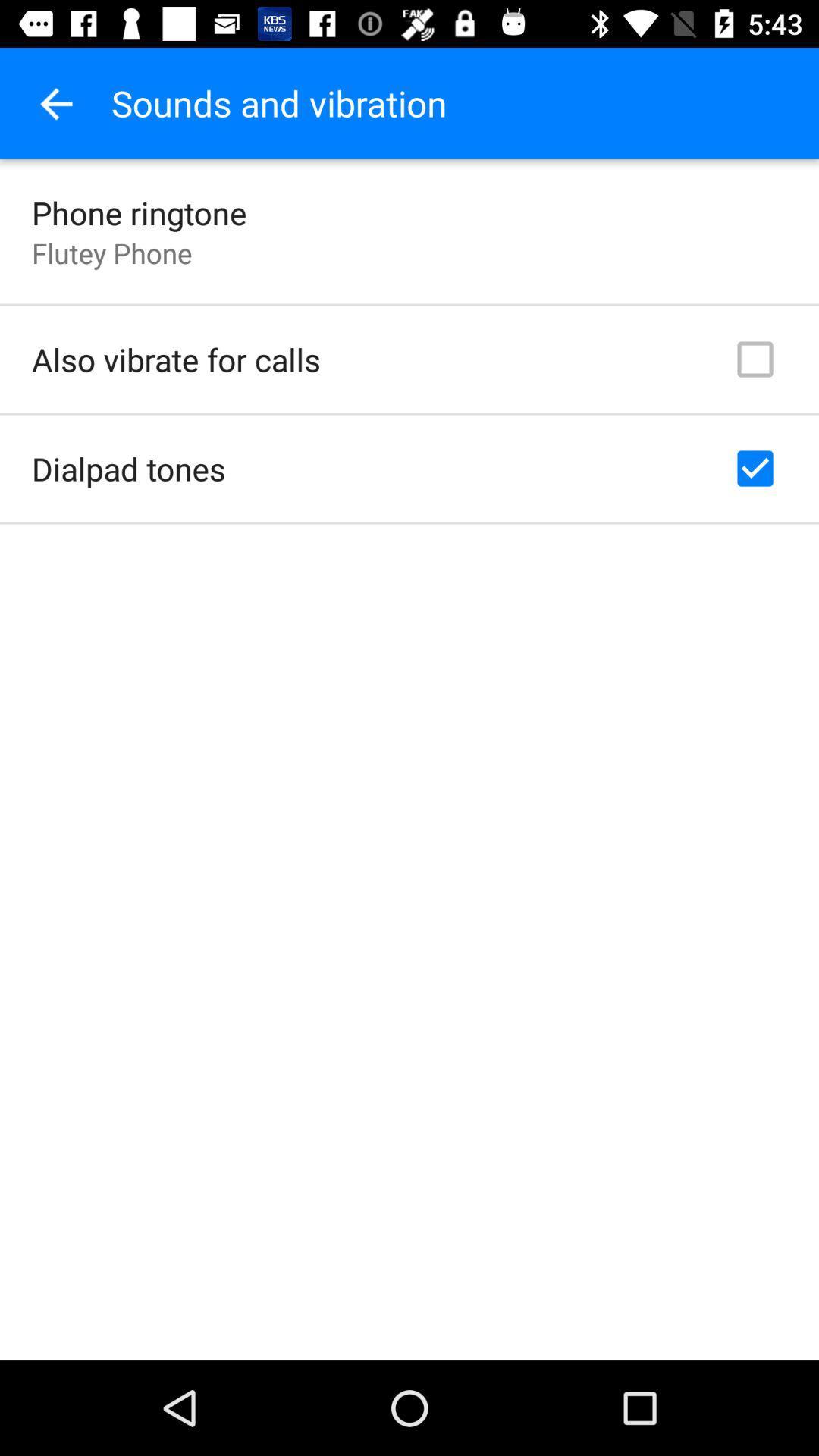 This screenshot has width=819, height=1456. I want to click on the phone ringtone icon, so click(139, 212).